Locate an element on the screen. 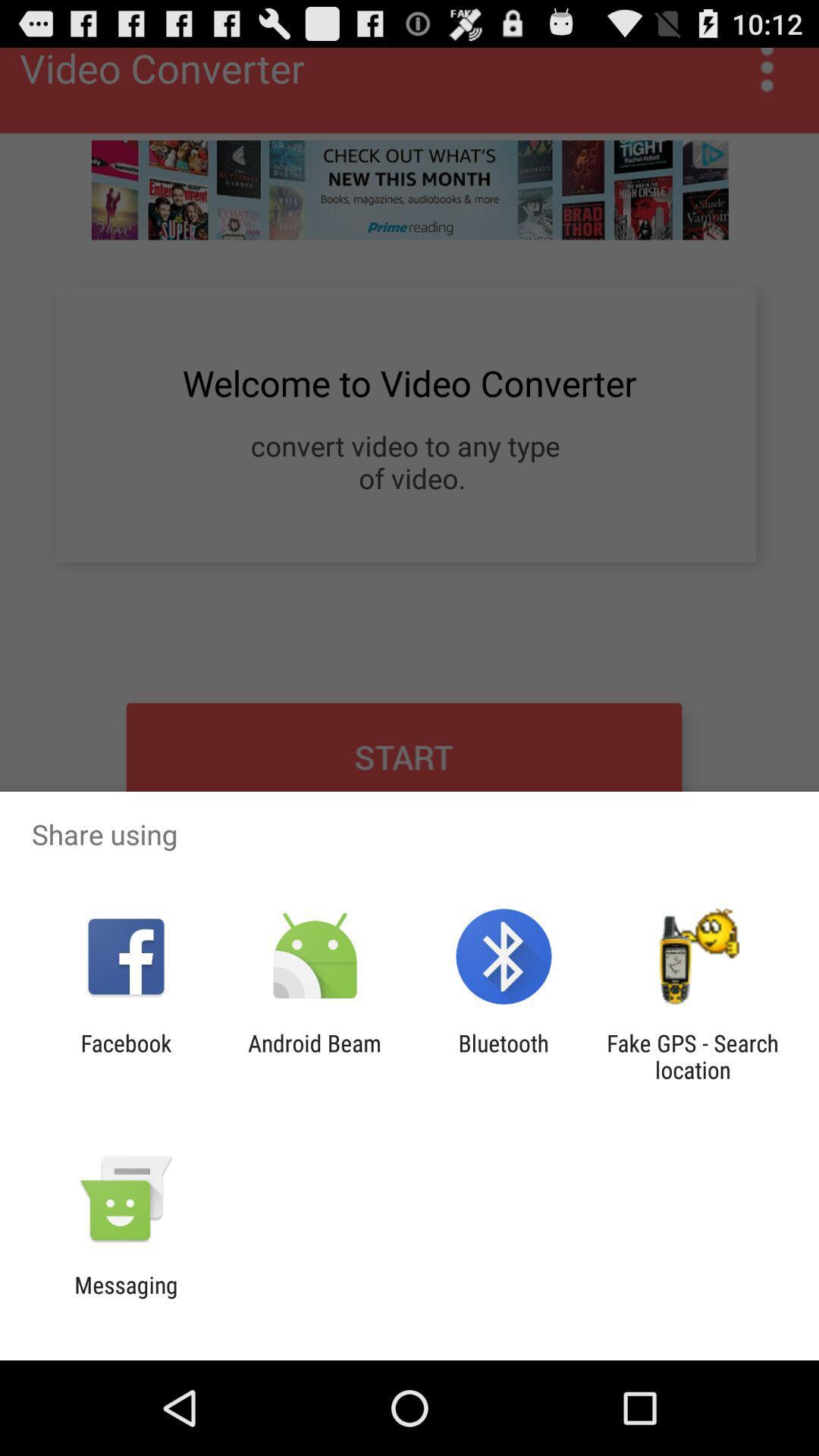 The image size is (819, 1456). facebook app is located at coordinates (125, 1056).